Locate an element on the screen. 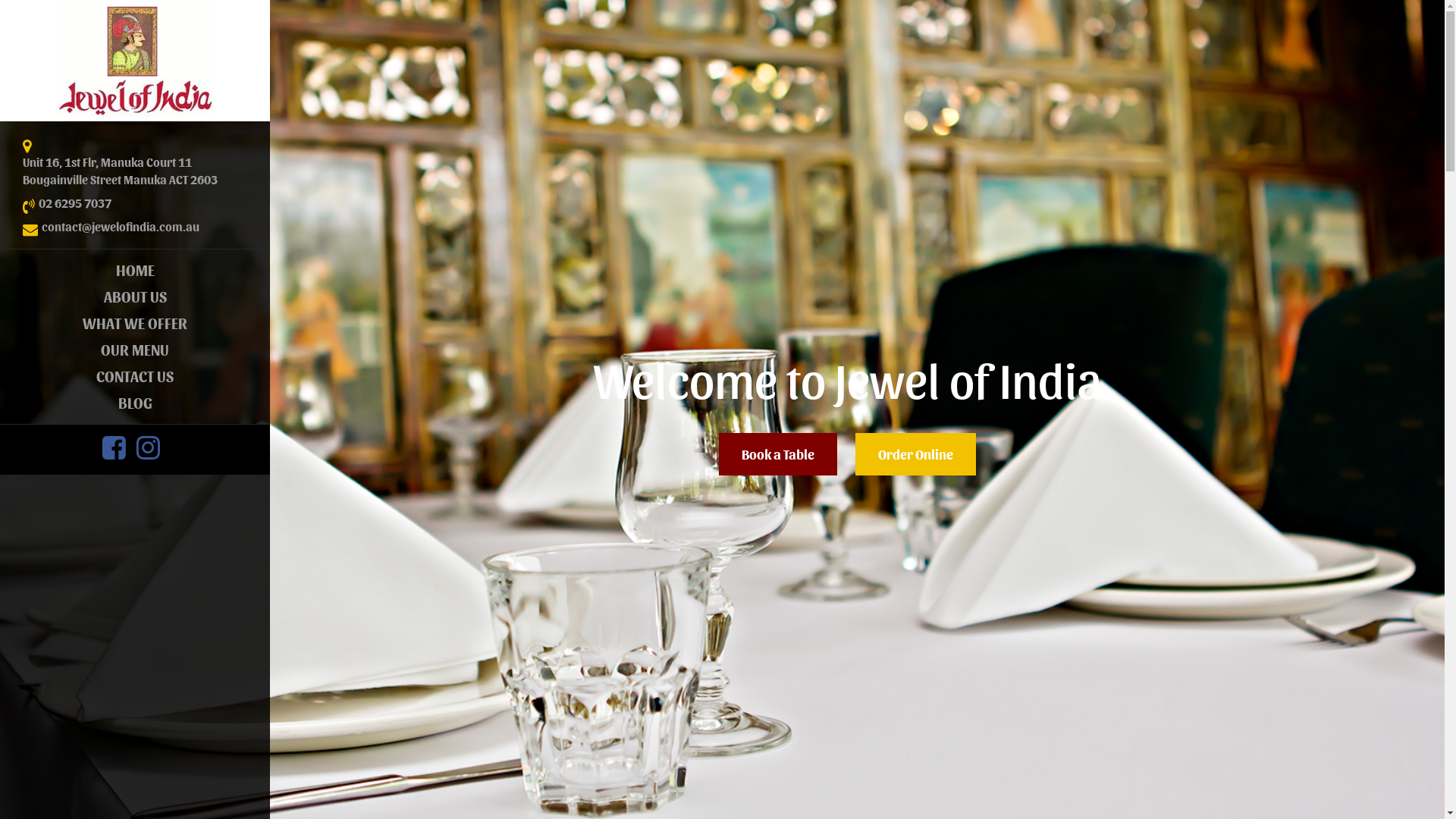  'WHAT WE OFFER' is located at coordinates (0, 322).